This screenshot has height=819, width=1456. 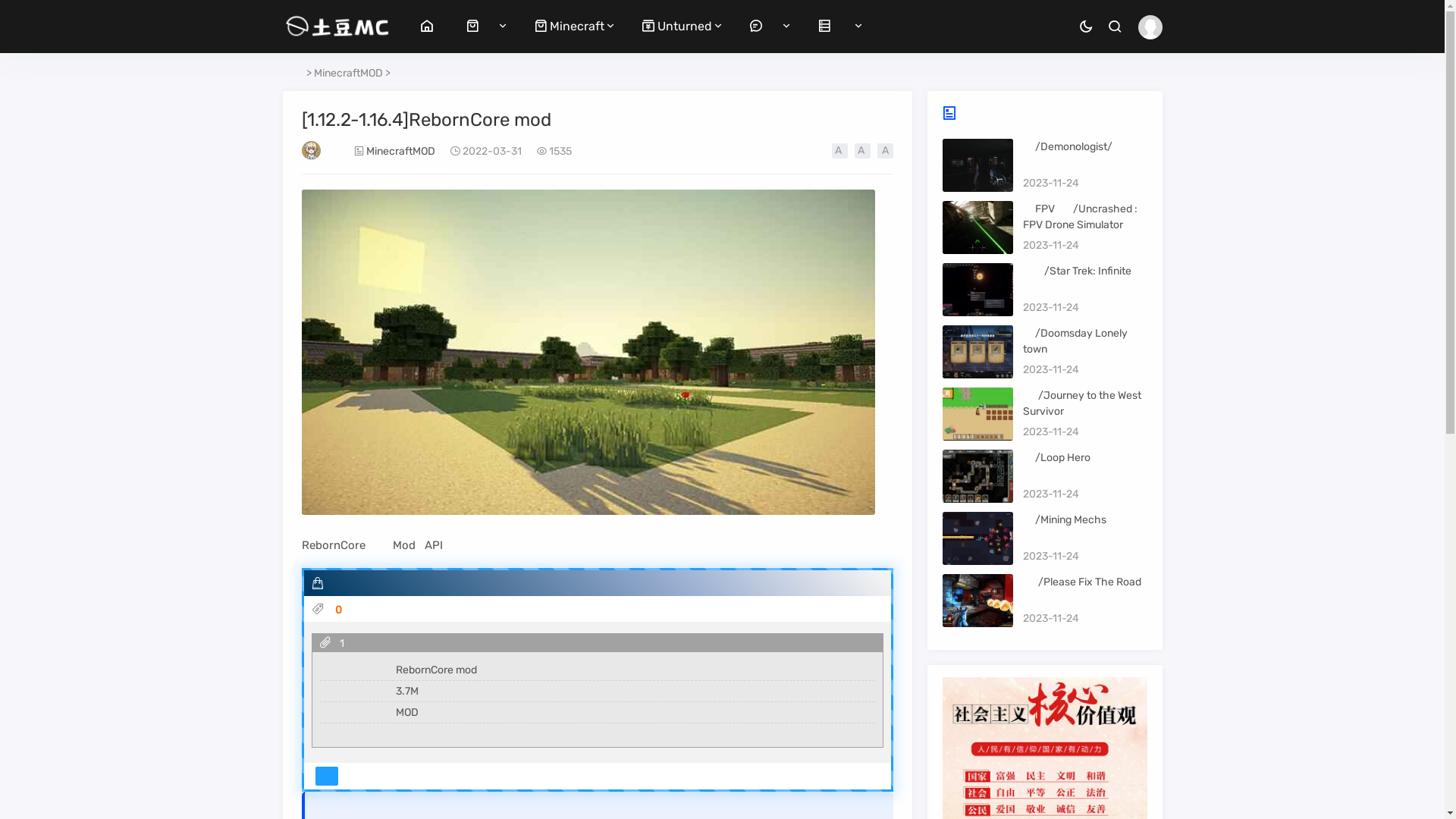 I want to click on 'Unturned', so click(x=676, y=26).